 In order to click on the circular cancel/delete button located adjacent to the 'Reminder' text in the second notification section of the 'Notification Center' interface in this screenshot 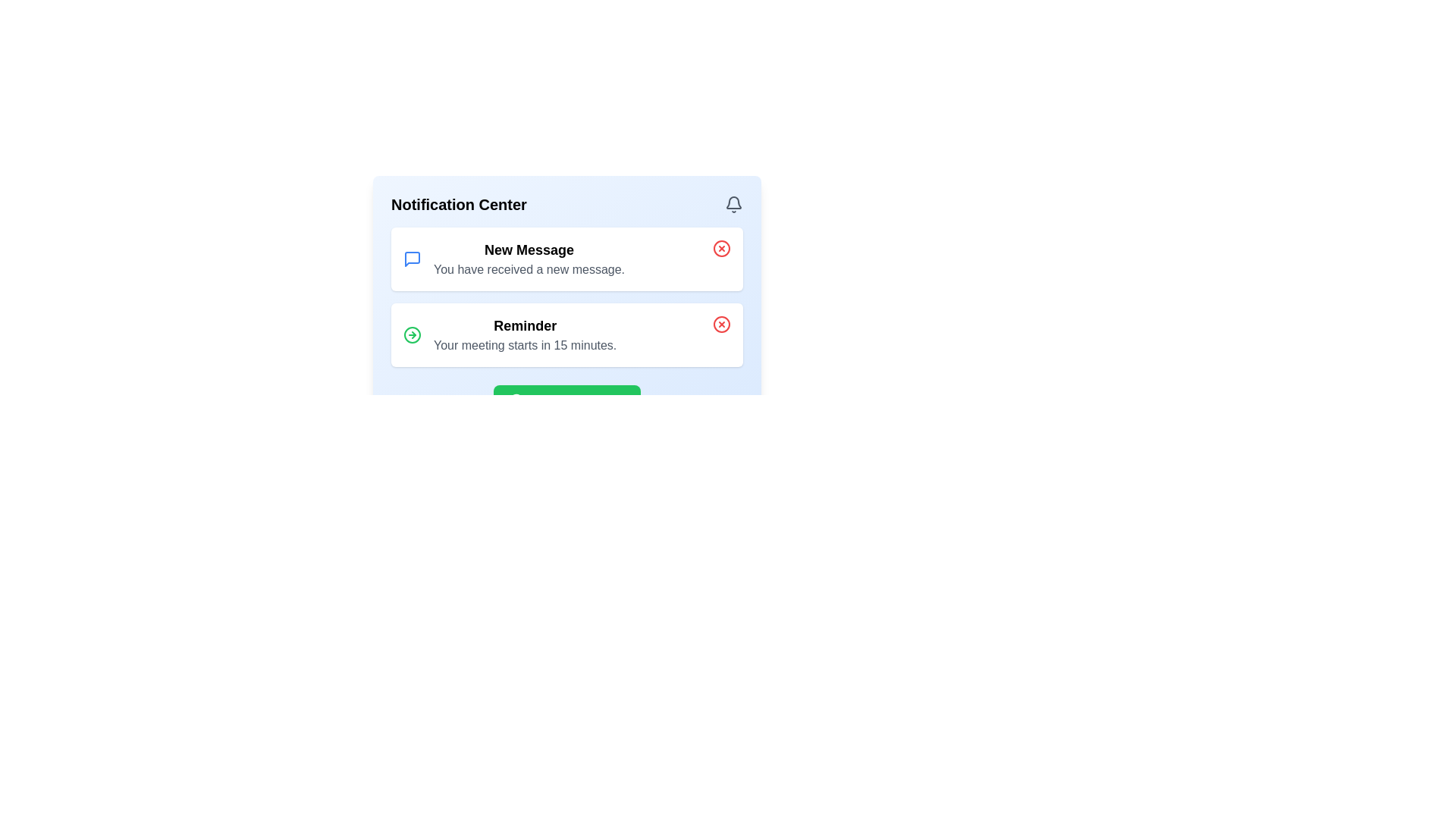, I will do `click(720, 324)`.